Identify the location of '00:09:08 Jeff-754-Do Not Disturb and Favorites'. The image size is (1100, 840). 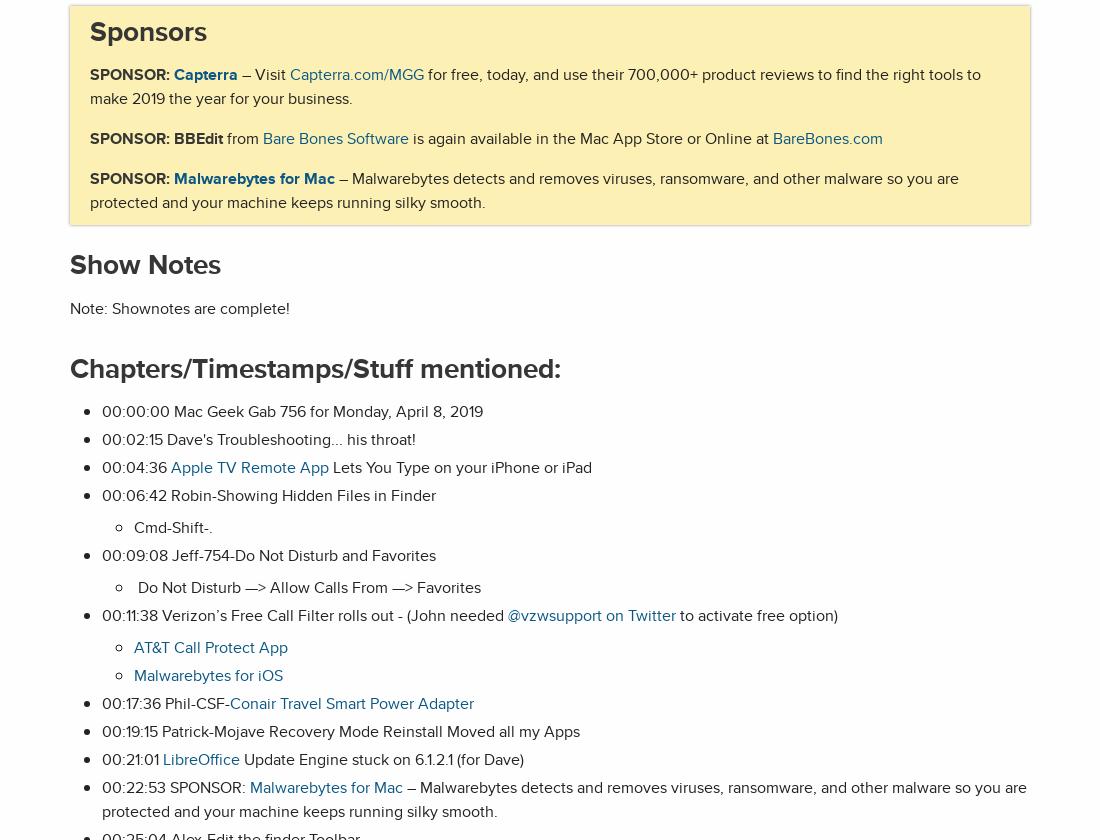
(268, 555).